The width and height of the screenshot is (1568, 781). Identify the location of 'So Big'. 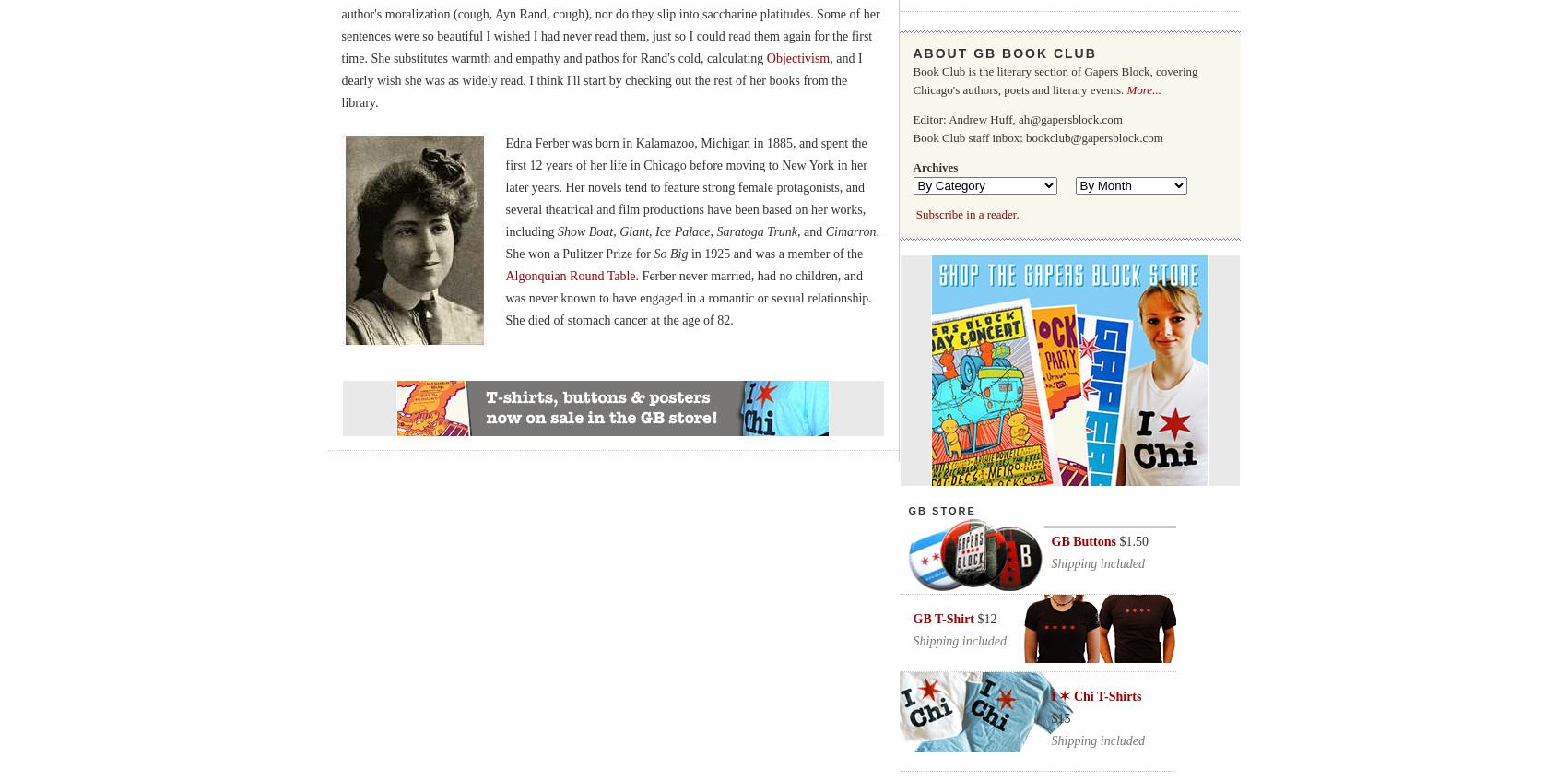
(669, 253).